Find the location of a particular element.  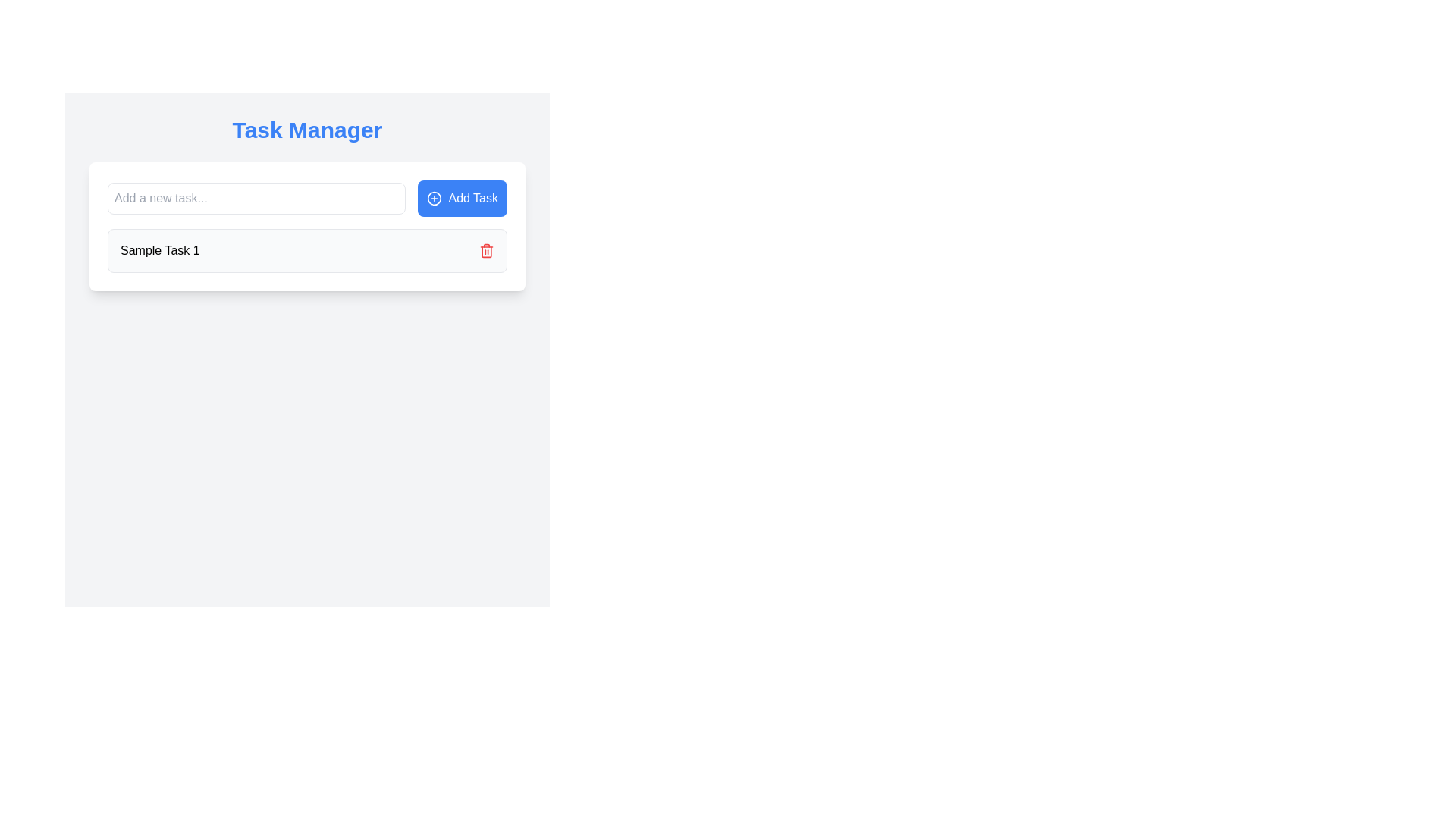

the blue rectangular button labeled 'Add Task' with a plus sign icon to observe its hover state effect is located at coordinates (462, 198).